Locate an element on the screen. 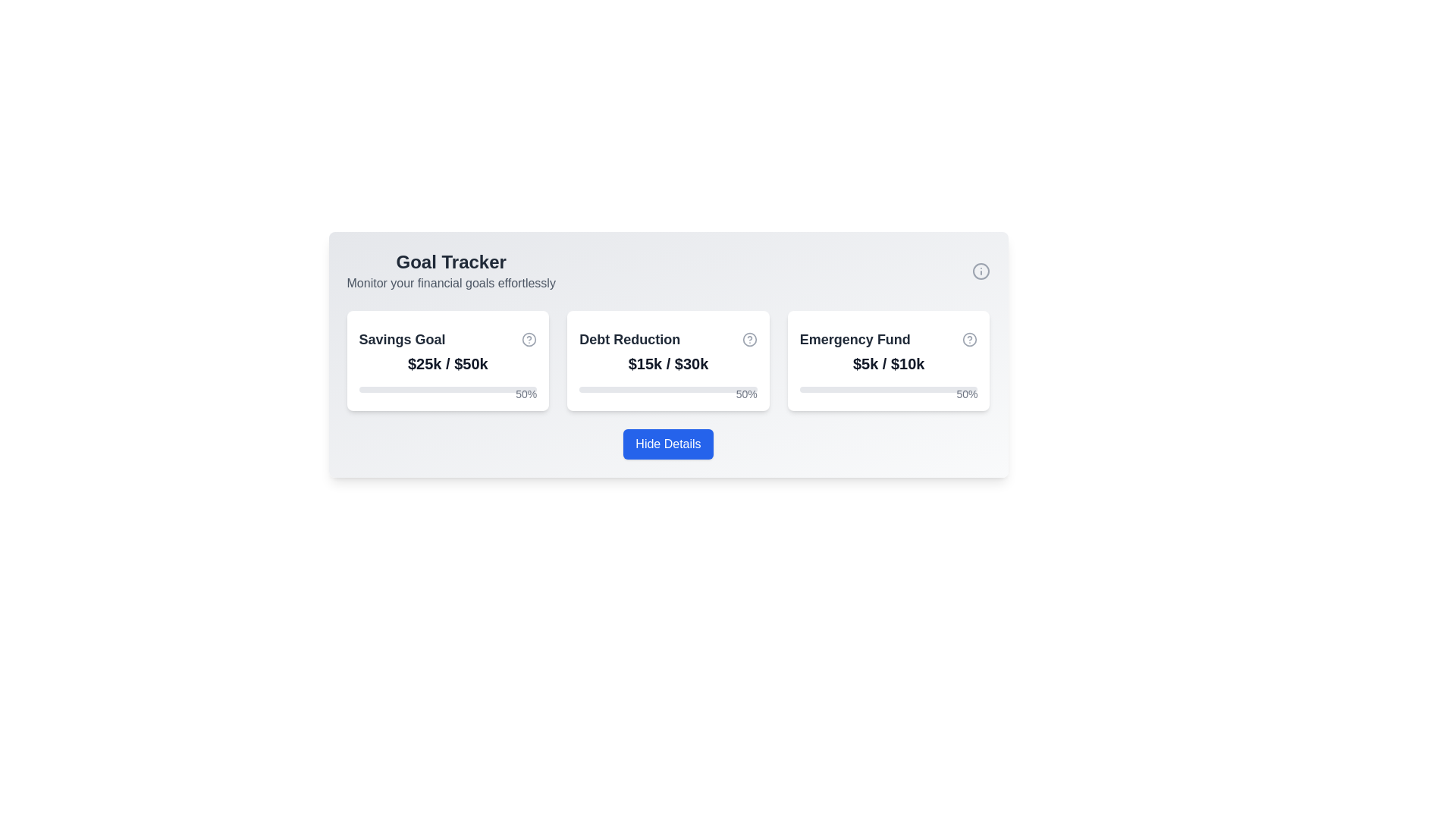  the progress bar representing 50% completion for the 'Emergency Fund' goal in the 'Goal Tracker' interface is located at coordinates (843, 388).